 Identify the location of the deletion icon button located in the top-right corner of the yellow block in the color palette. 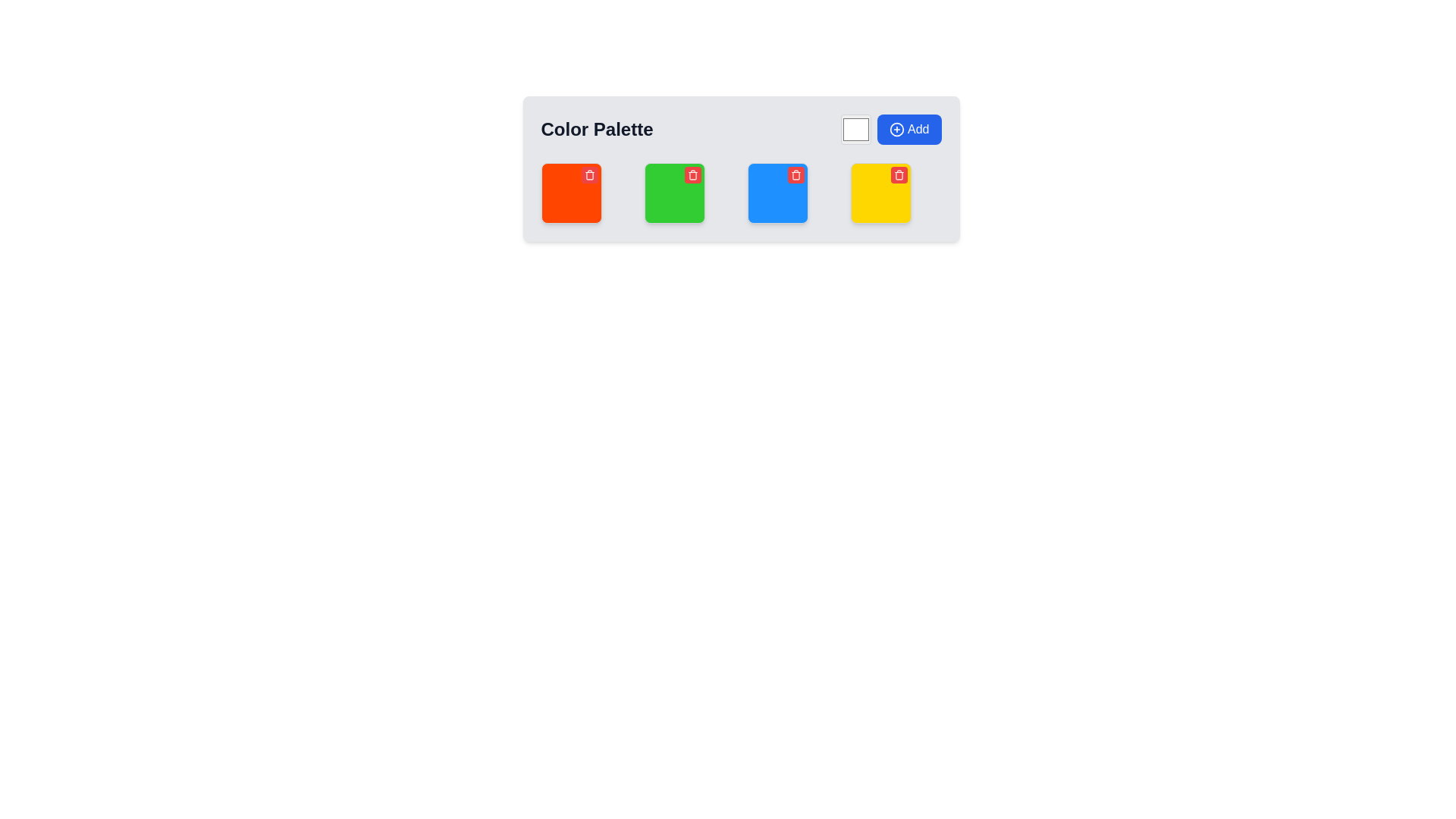
(899, 174).